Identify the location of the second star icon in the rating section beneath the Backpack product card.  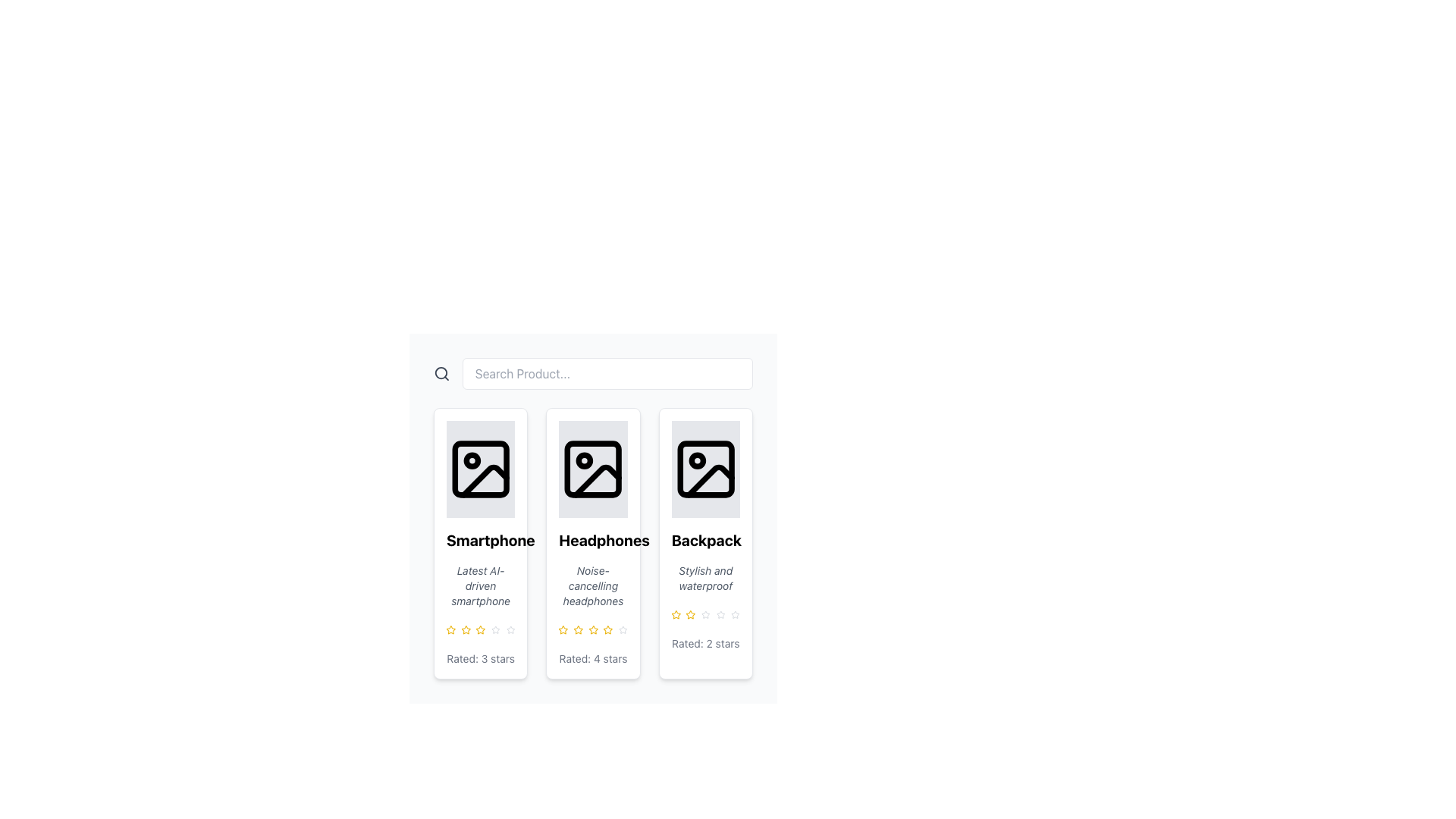
(675, 614).